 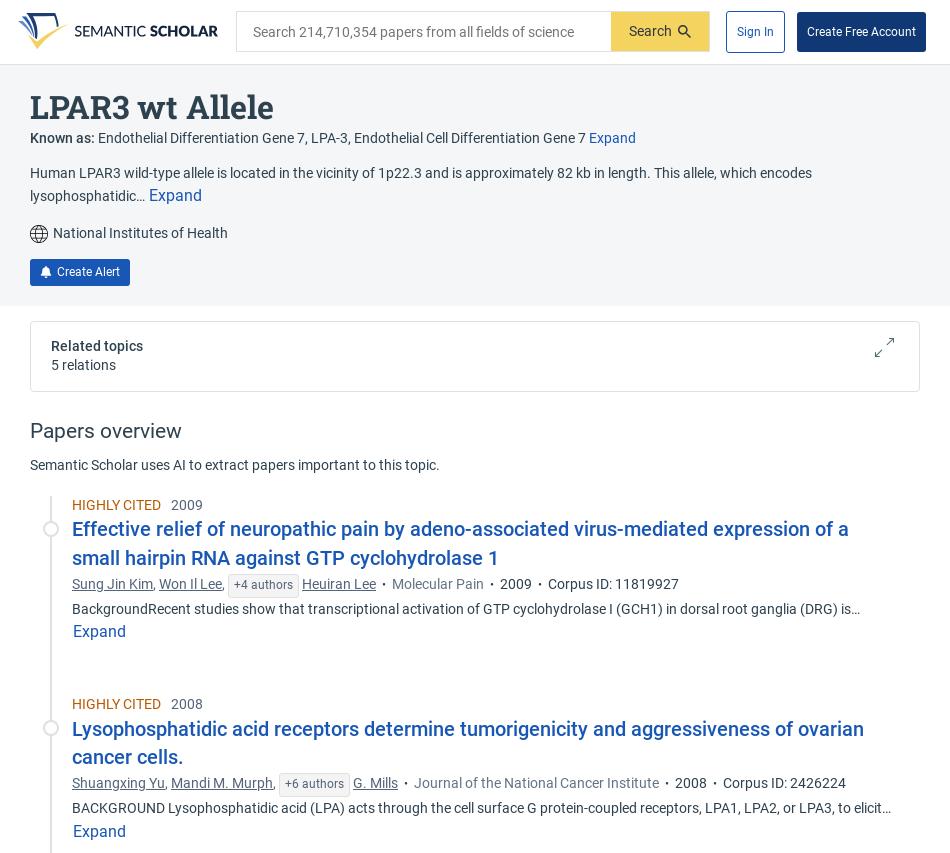 I want to click on 'Papers overview', so click(x=30, y=429).